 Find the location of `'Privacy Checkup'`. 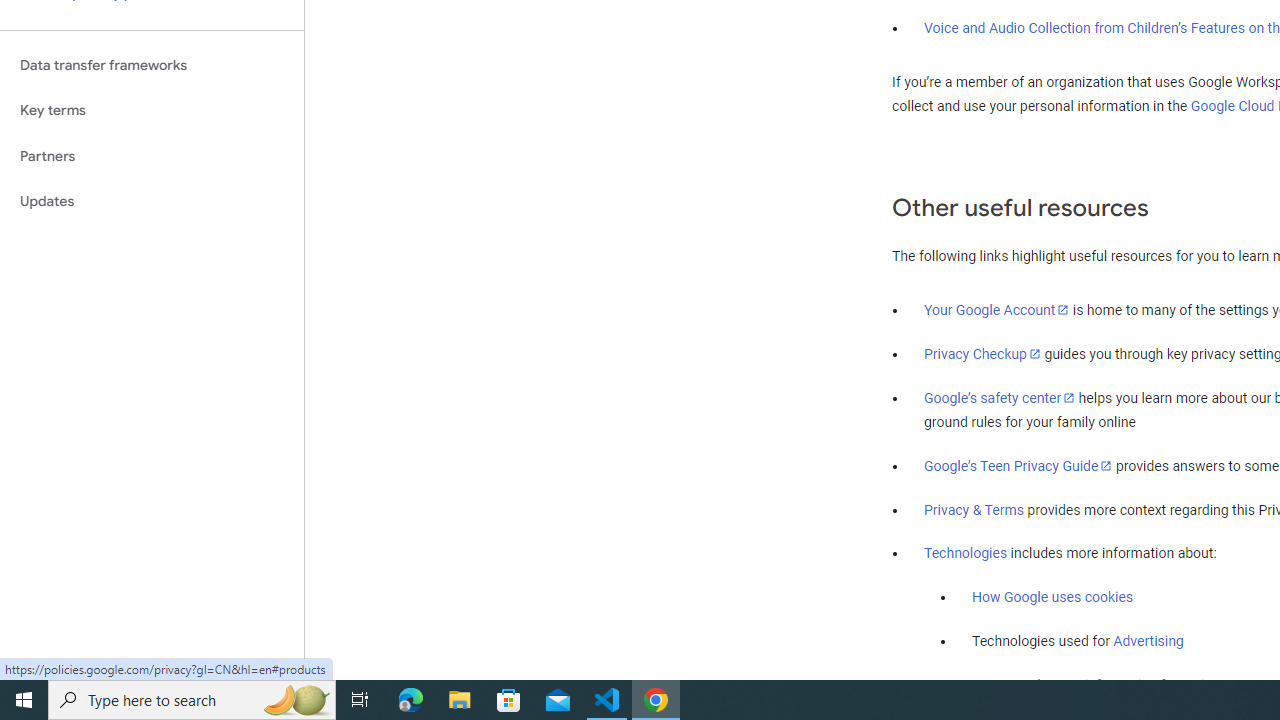

'Privacy Checkup' is located at coordinates (982, 352).